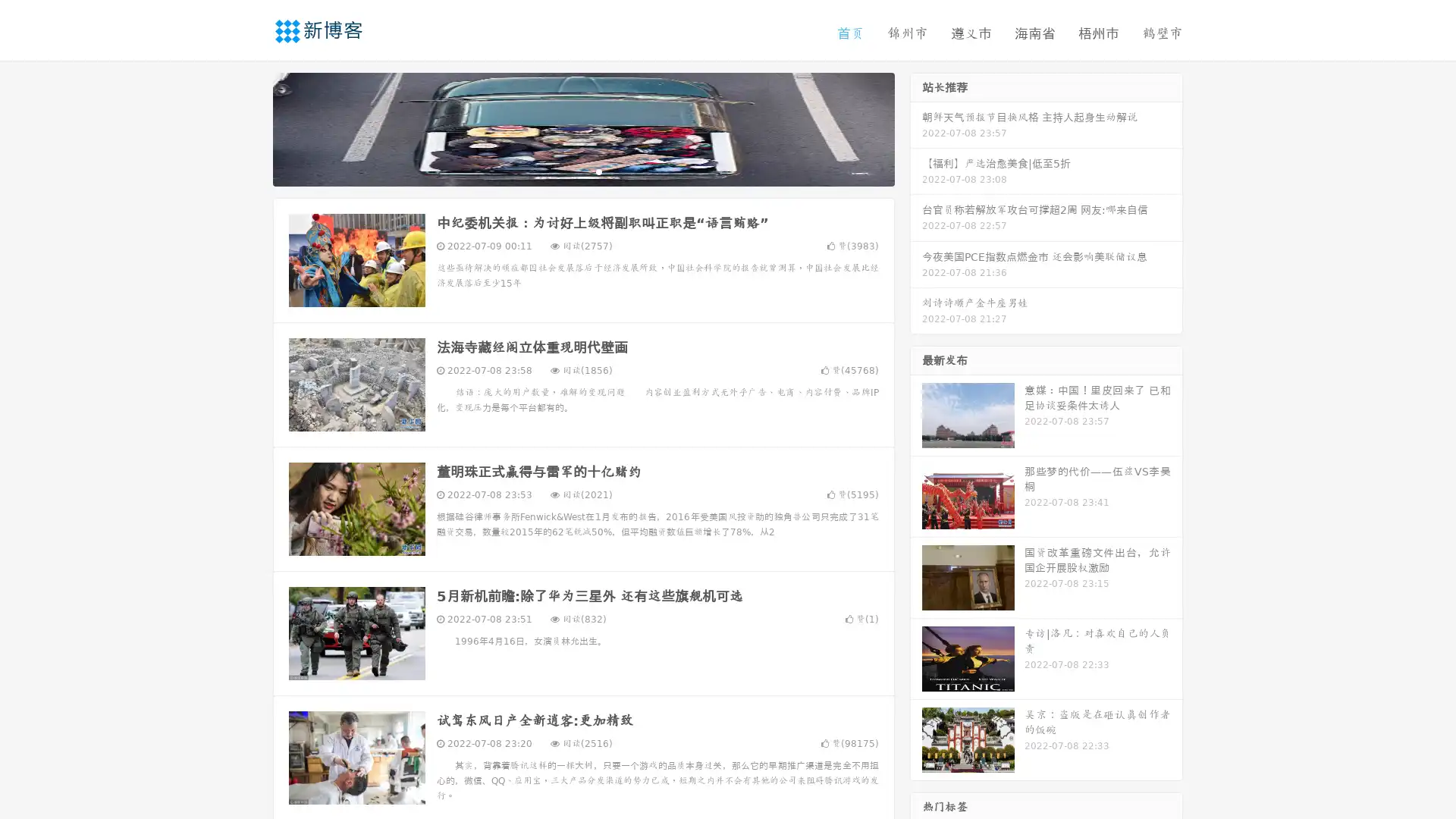 This screenshot has width=1456, height=819. What do you see at coordinates (250, 127) in the screenshot?
I see `Previous slide` at bounding box center [250, 127].